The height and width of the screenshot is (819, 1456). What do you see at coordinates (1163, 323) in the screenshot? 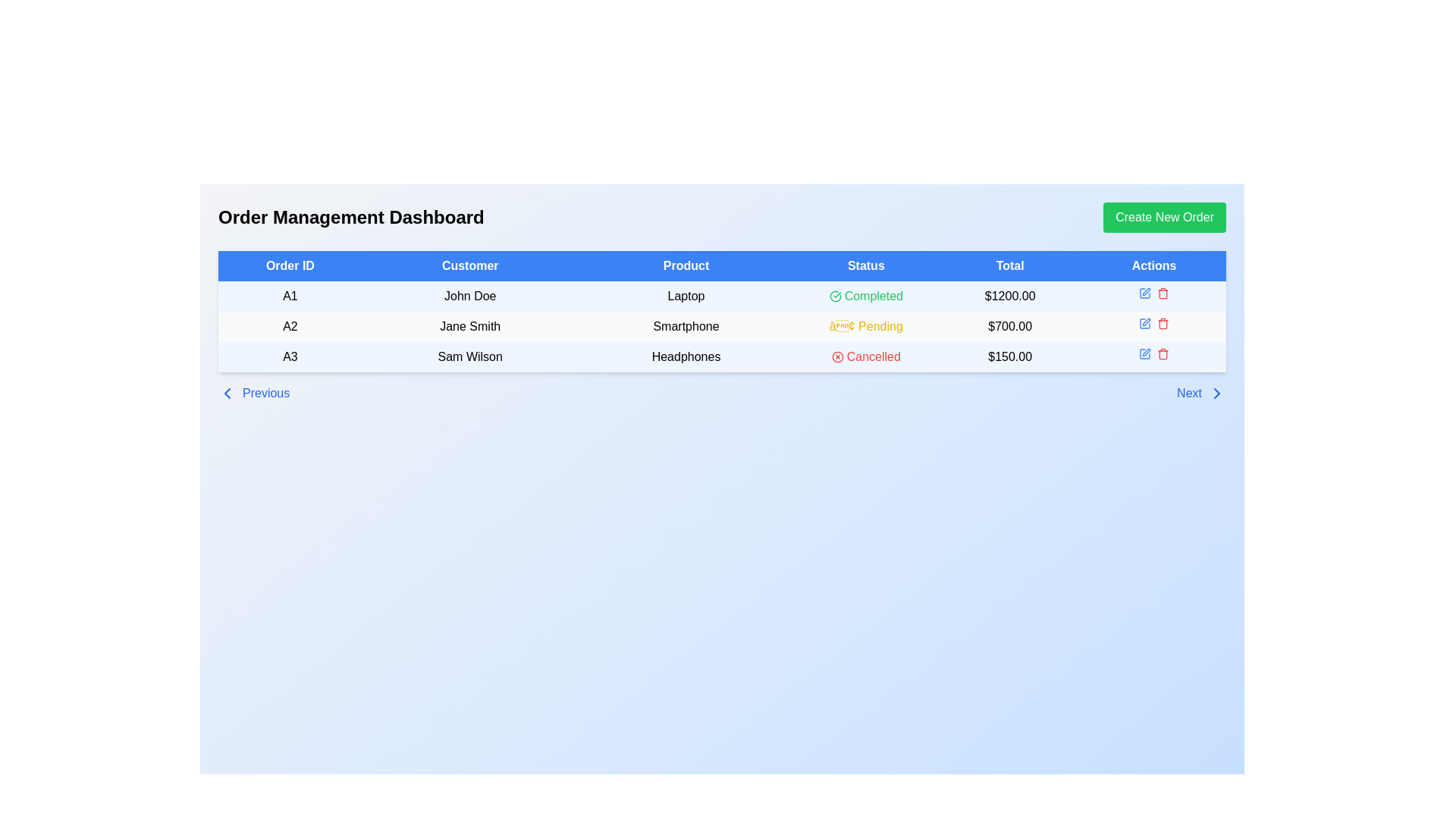
I see `the delete icon button located at the rightmost position in the 'Actions' column of the second row of the table` at bounding box center [1163, 323].